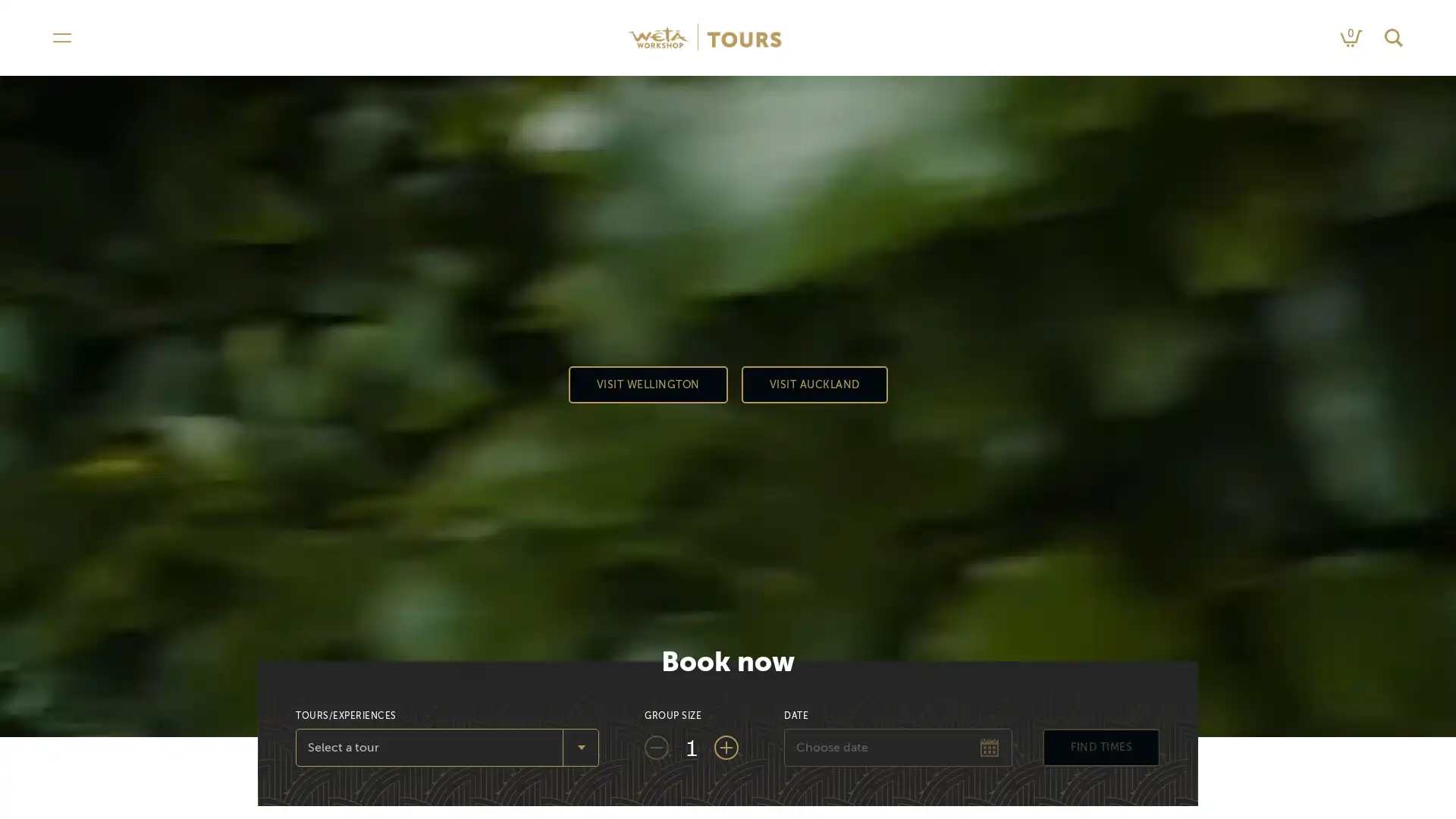 This screenshot has width=1456, height=819. I want to click on Add one, so click(726, 745).